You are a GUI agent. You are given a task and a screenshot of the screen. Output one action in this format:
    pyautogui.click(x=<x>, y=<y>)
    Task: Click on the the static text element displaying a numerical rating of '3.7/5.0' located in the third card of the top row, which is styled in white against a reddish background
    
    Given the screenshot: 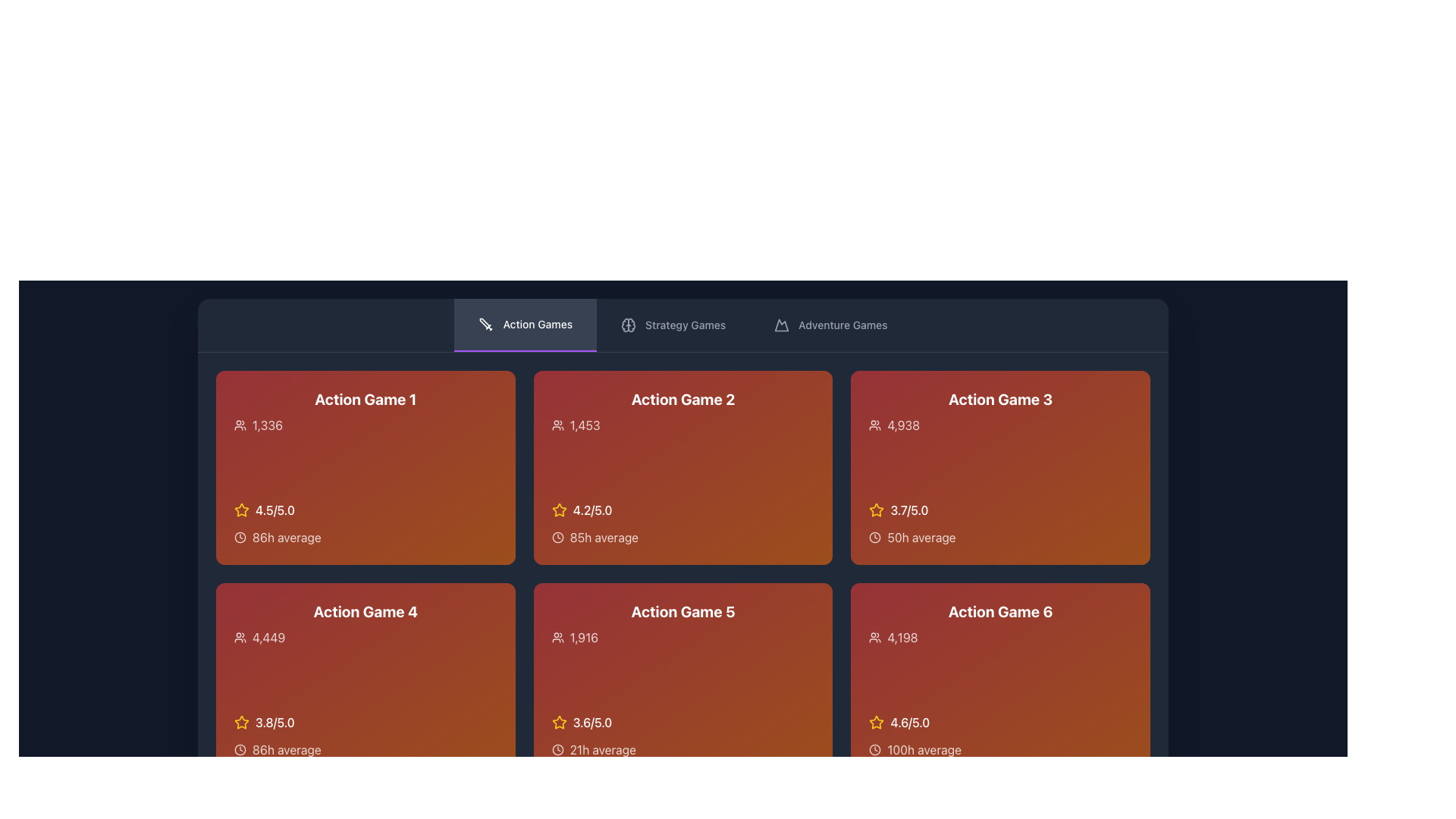 What is the action you would take?
    pyautogui.click(x=909, y=510)
    